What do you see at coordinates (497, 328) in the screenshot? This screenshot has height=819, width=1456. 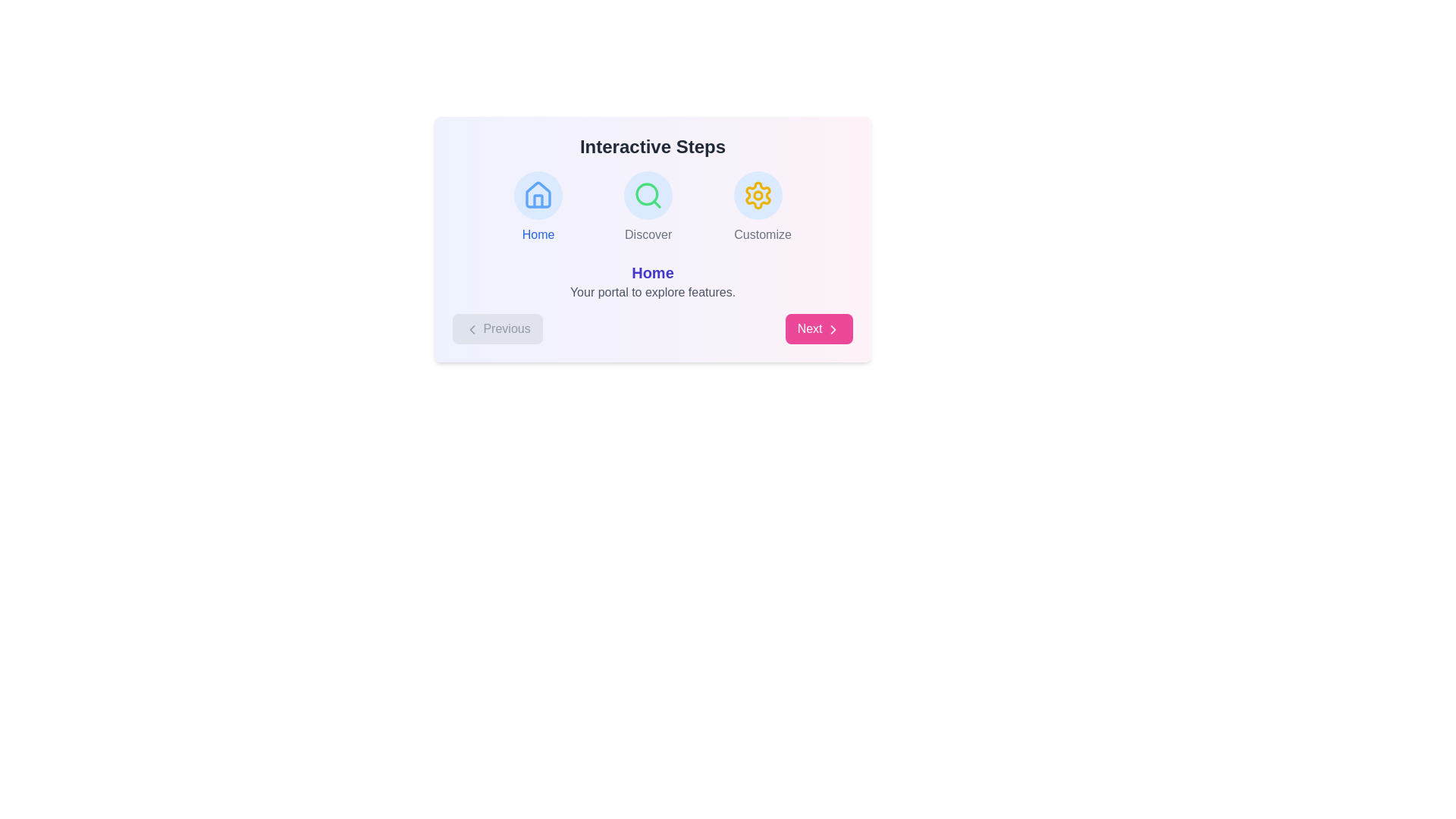 I see `the 'Previous' button which has a gray background and a chevron icon pointing left, located in the bottom-left of the navigation group` at bounding box center [497, 328].